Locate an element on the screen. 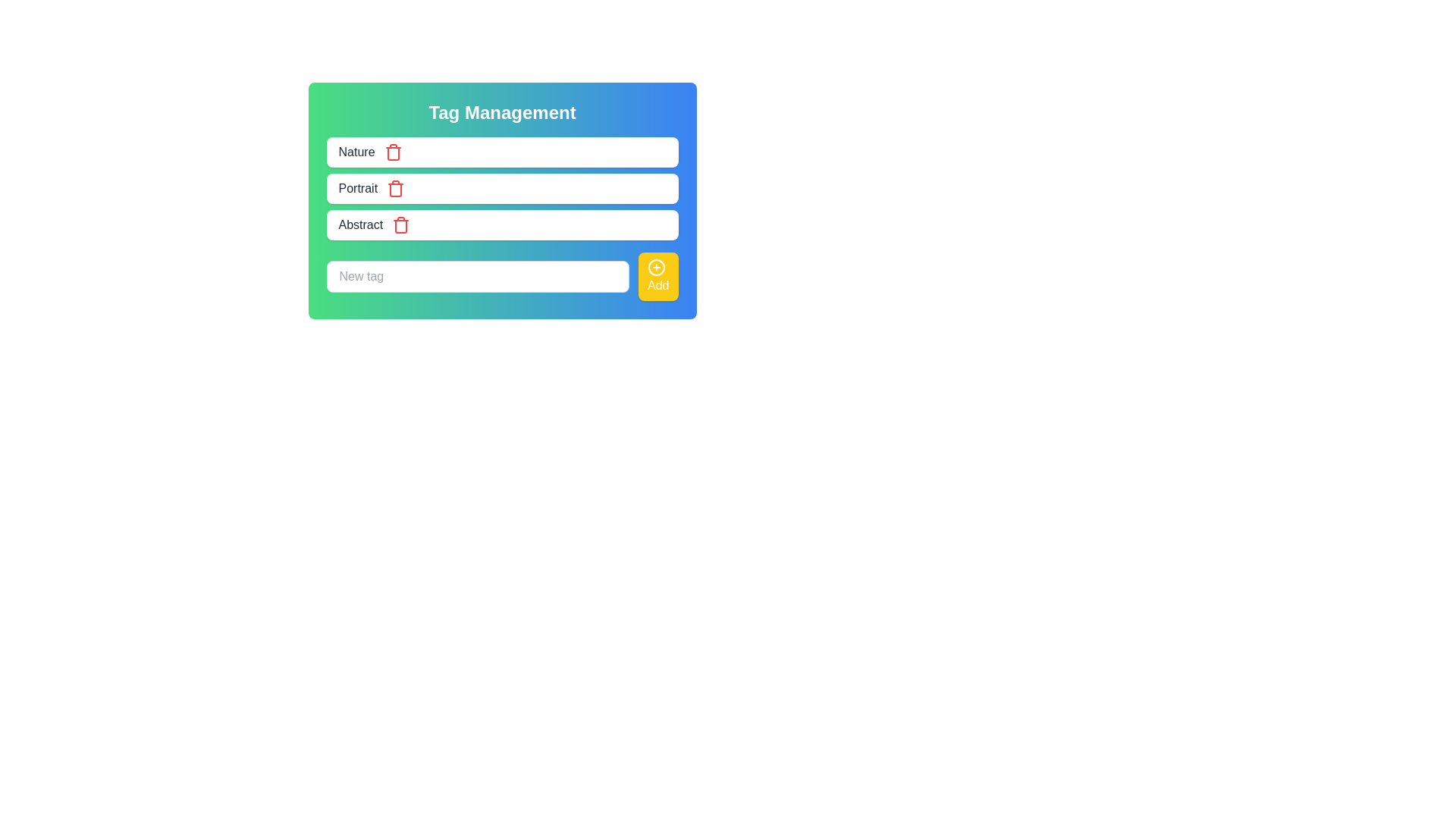  the tag labeled 'Nature' by clicking the corresponding 'Trash' icon is located at coordinates (393, 152).